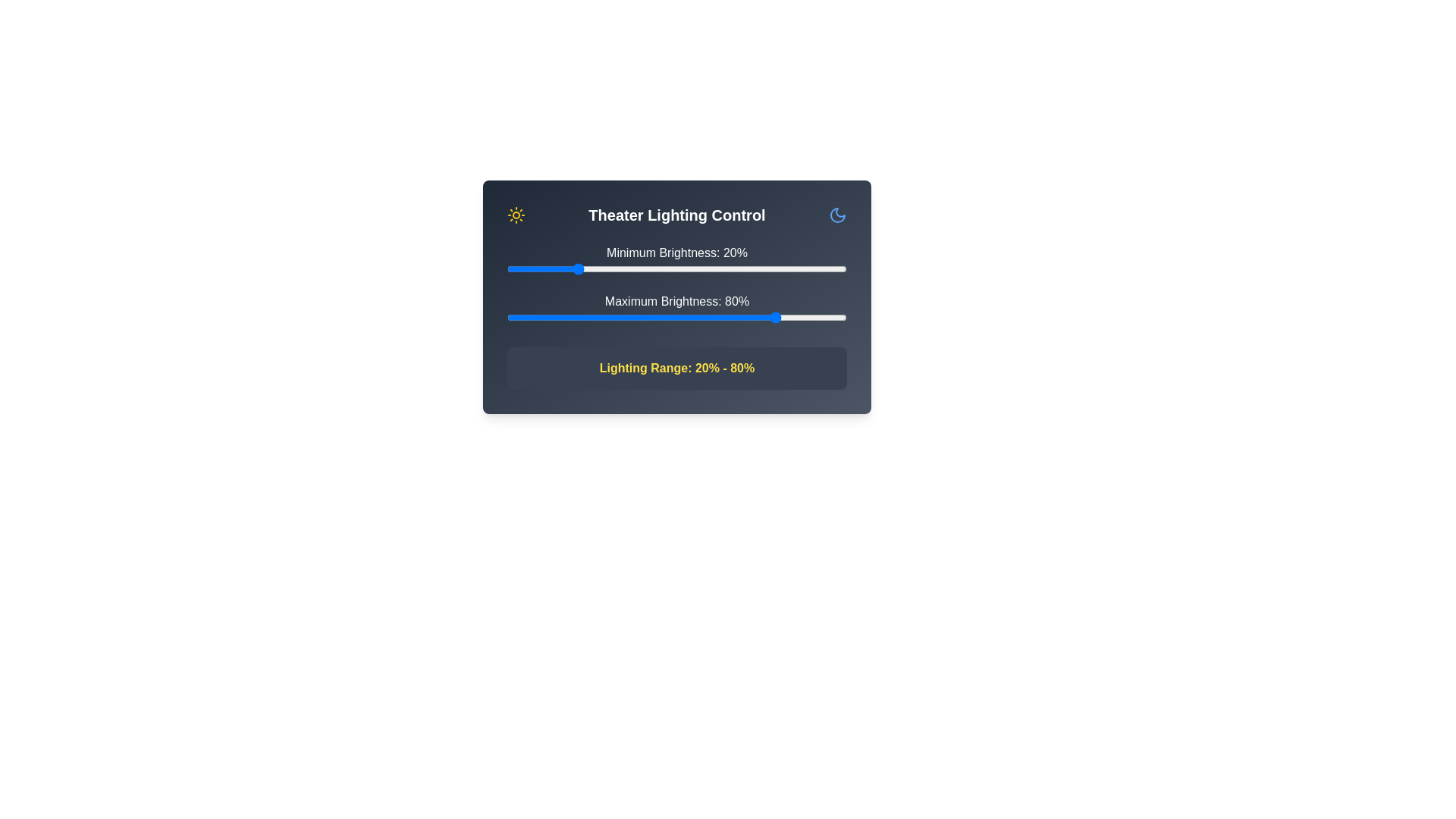 Image resolution: width=1456 pixels, height=819 pixels. What do you see at coordinates (609, 268) in the screenshot?
I see `the minimum brightness to 30% by interacting with the slider` at bounding box center [609, 268].